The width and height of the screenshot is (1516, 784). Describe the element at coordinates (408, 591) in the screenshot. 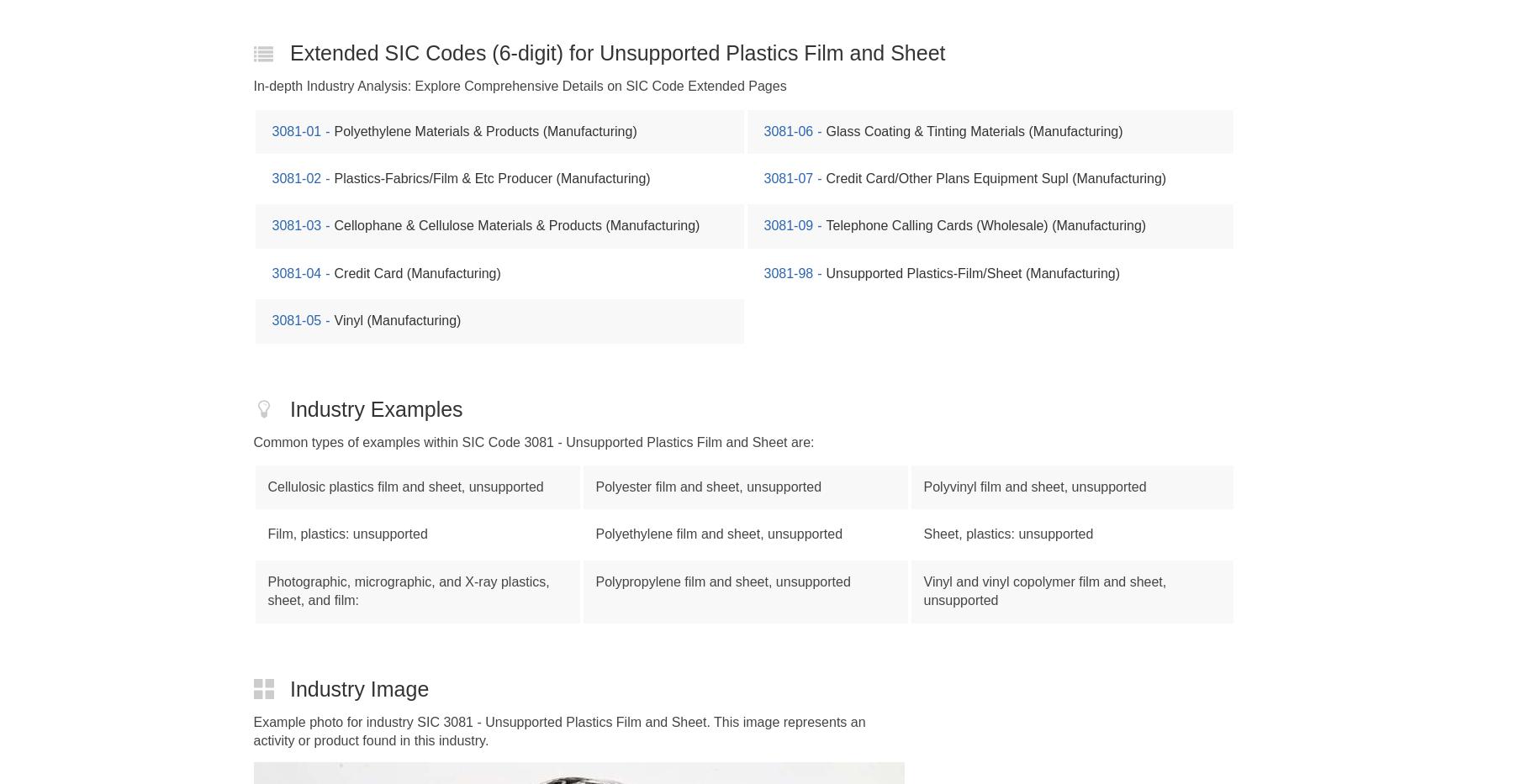

I see `'Photographic, micrographic, and X-ray plastics, sheet, and film:'` at that location.